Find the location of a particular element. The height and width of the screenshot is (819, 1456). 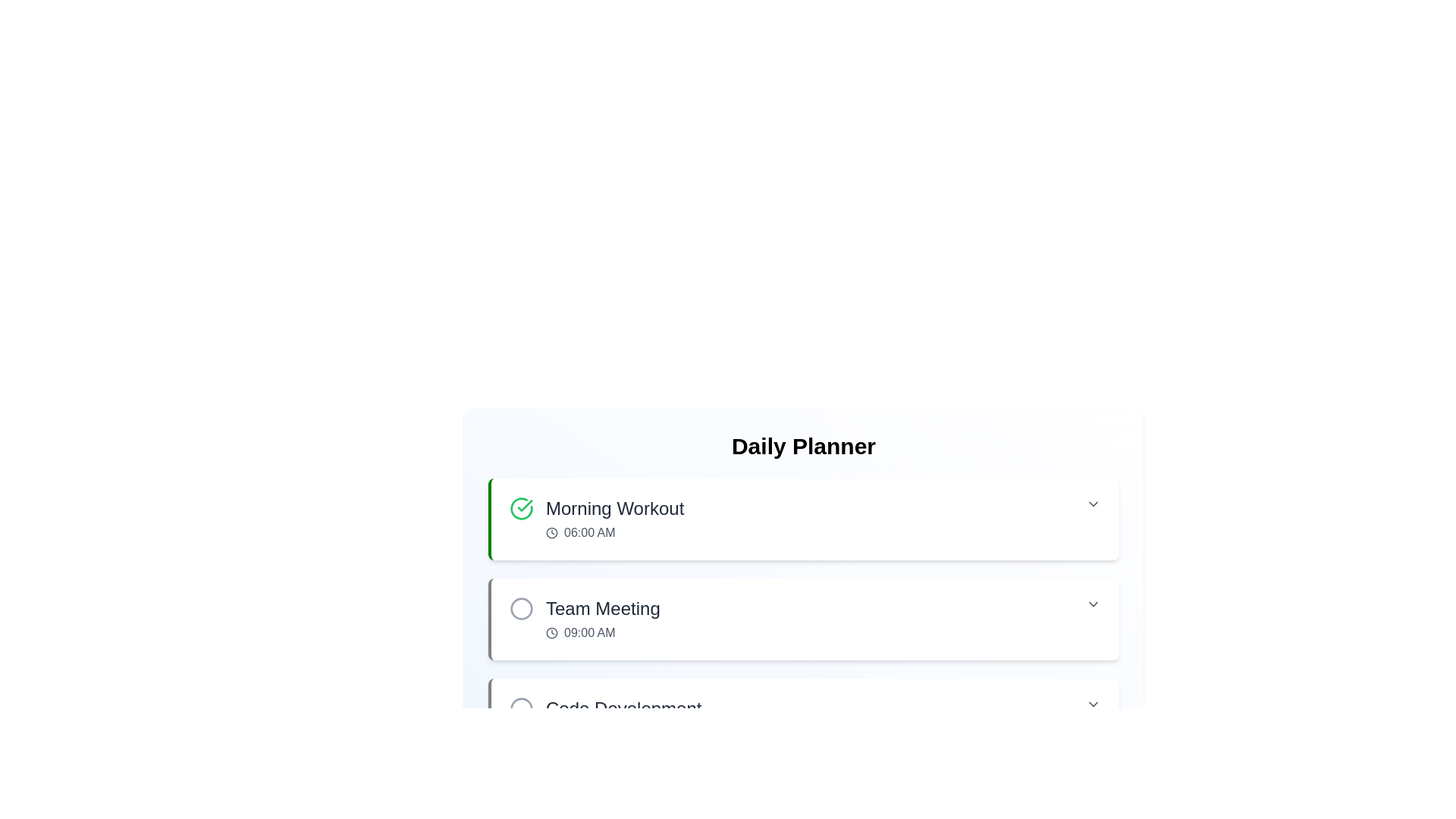

text from the 'Morning Workout' label, which includes the time '06:00 AM' and is accompanied by a clock icon, located in the first row of the daily planner items list is located at coordinates (615, 519).